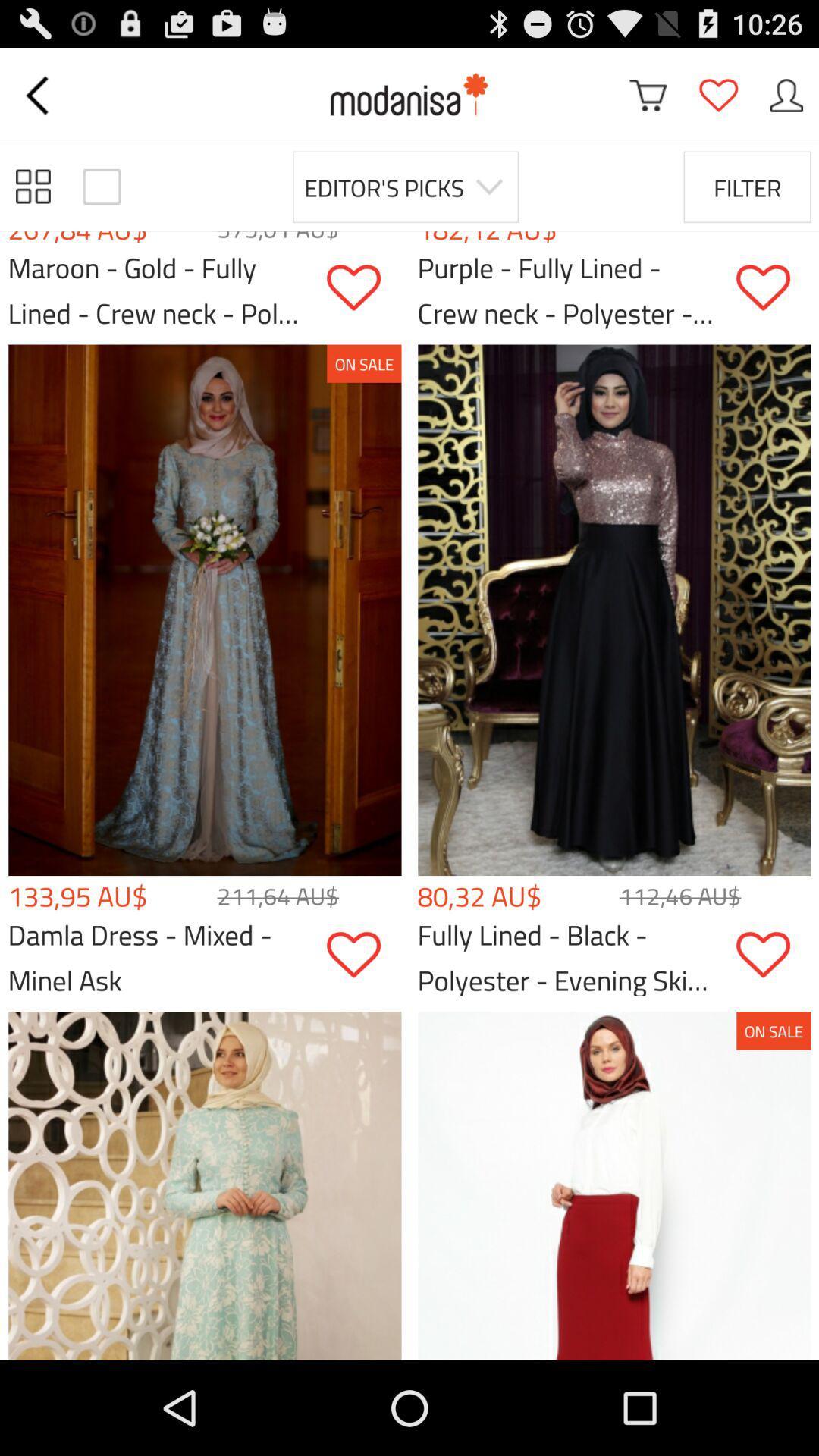 This screenshot has width=819, height=1456. What do you see at coordinates (363, 954) in the screenshot?
I see `love button` at bounding box center [363, 954].